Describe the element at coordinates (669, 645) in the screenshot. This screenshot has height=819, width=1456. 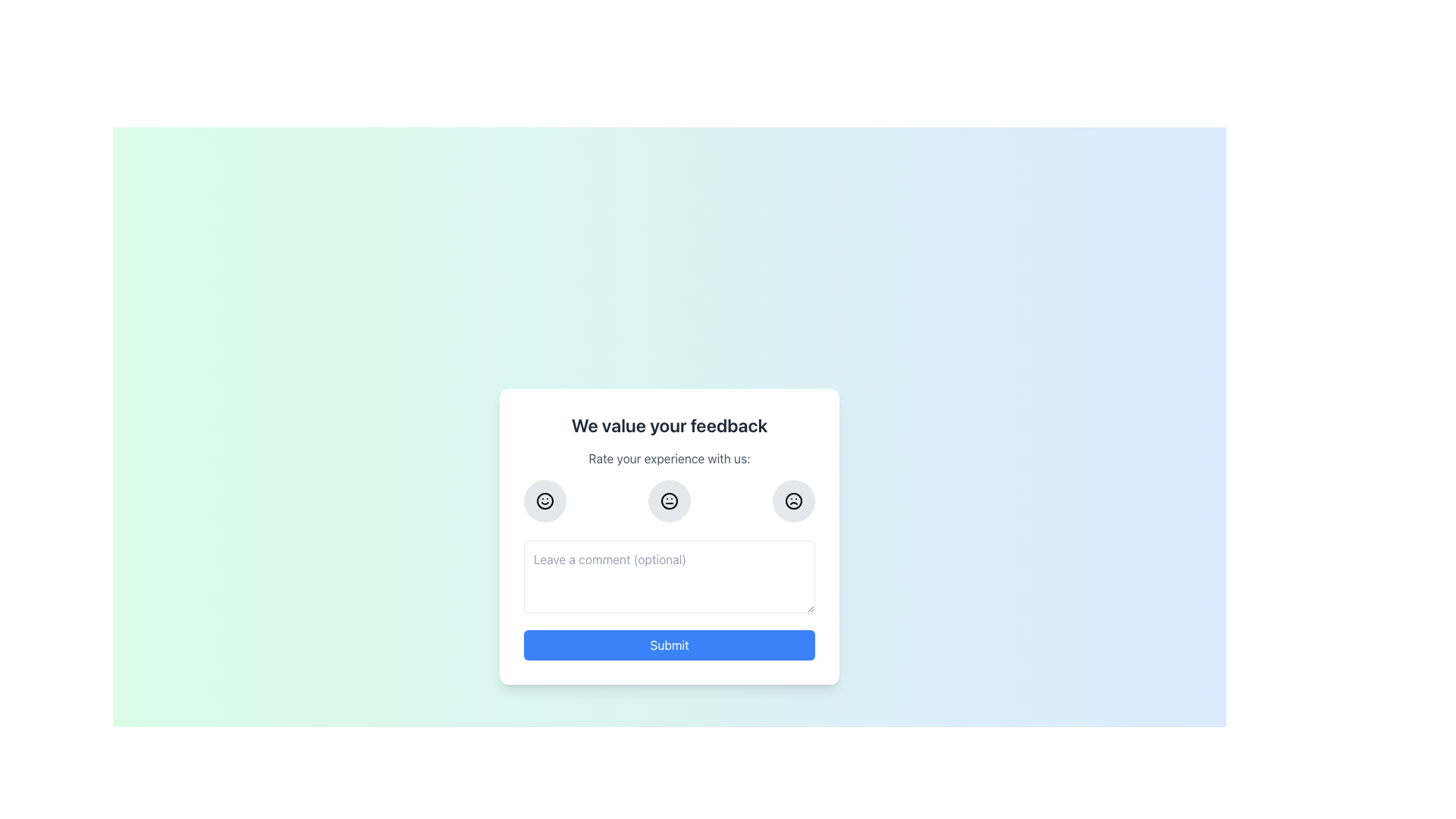
I see `the submission button for the feedback form located at the bottom of the panel` at that location.